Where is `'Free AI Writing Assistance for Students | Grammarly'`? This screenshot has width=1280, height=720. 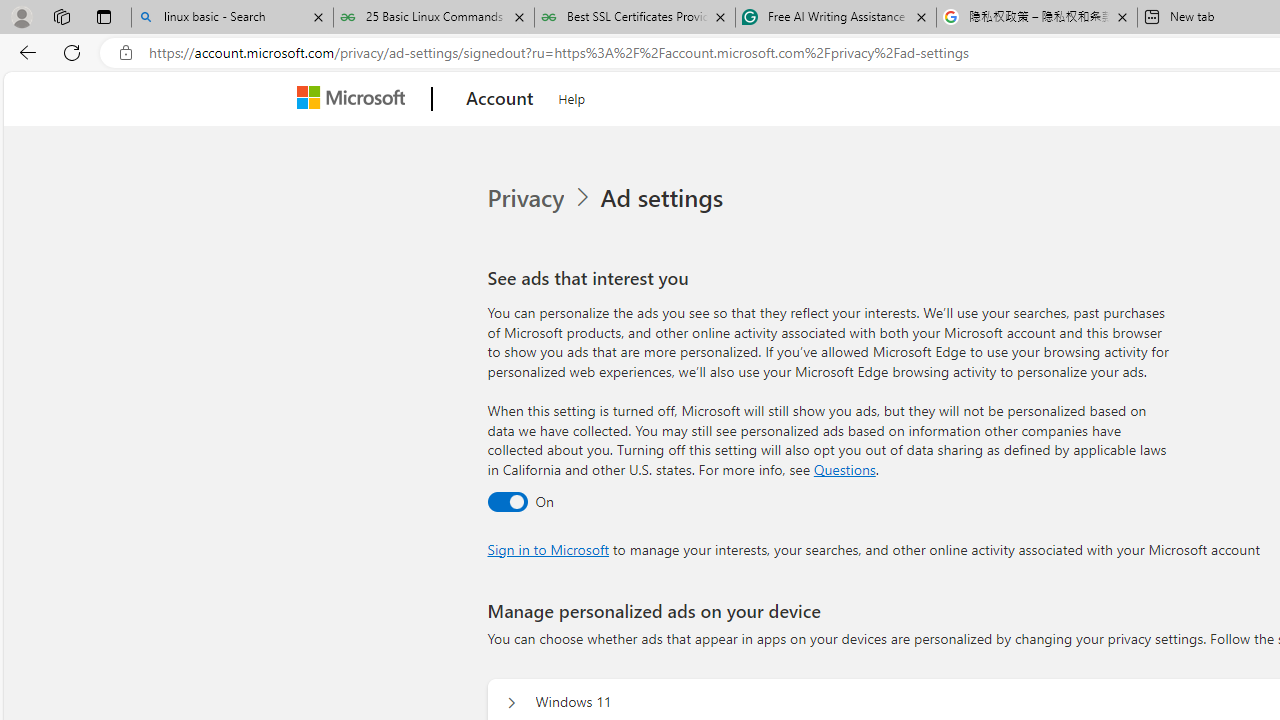
'Free AI Writing Assistance for Students | Grammarly' is located at coordinates (835, 17).